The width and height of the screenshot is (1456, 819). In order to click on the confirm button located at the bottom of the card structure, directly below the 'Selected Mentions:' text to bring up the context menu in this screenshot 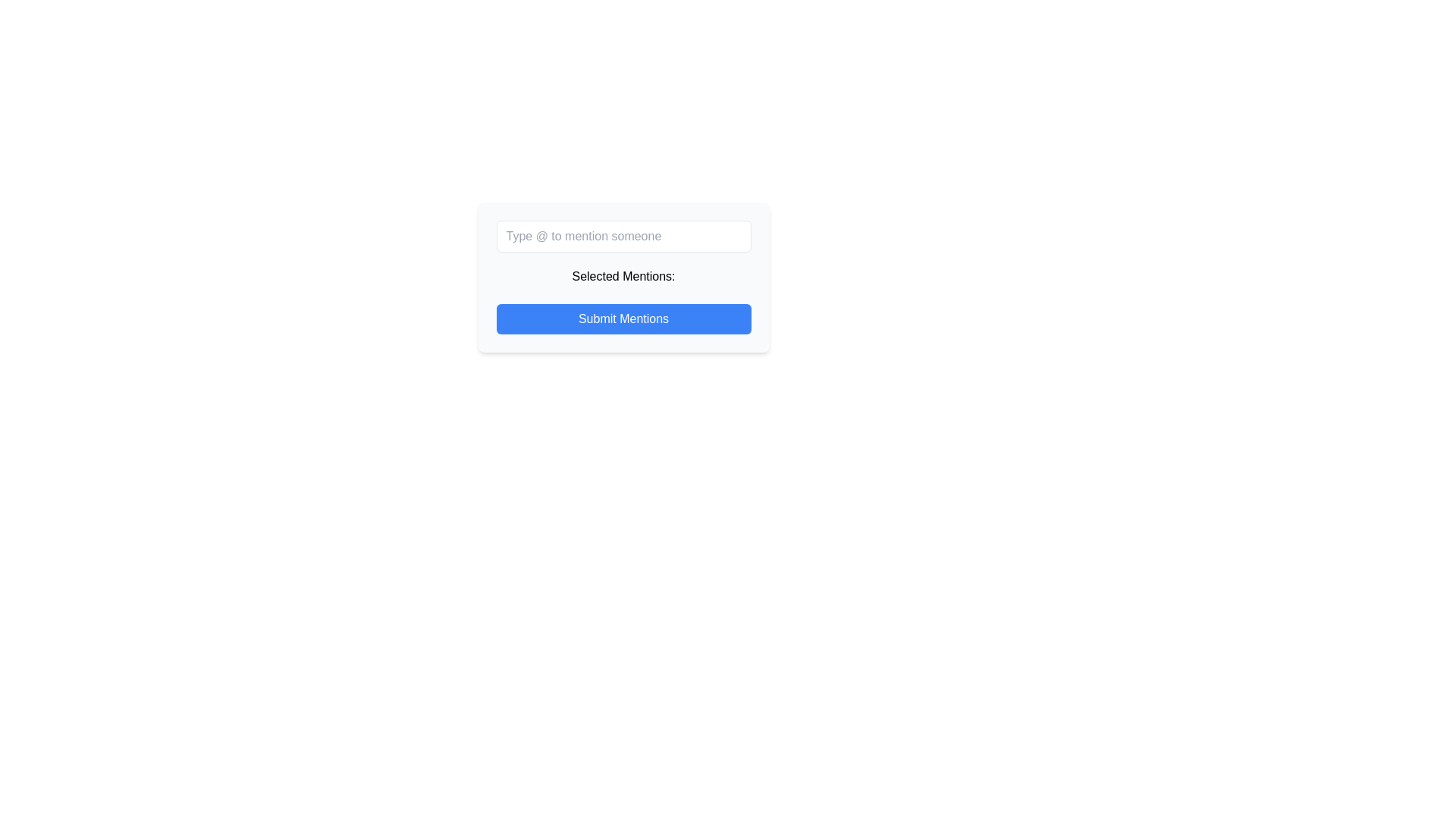, I will do `click(623, 318)`.